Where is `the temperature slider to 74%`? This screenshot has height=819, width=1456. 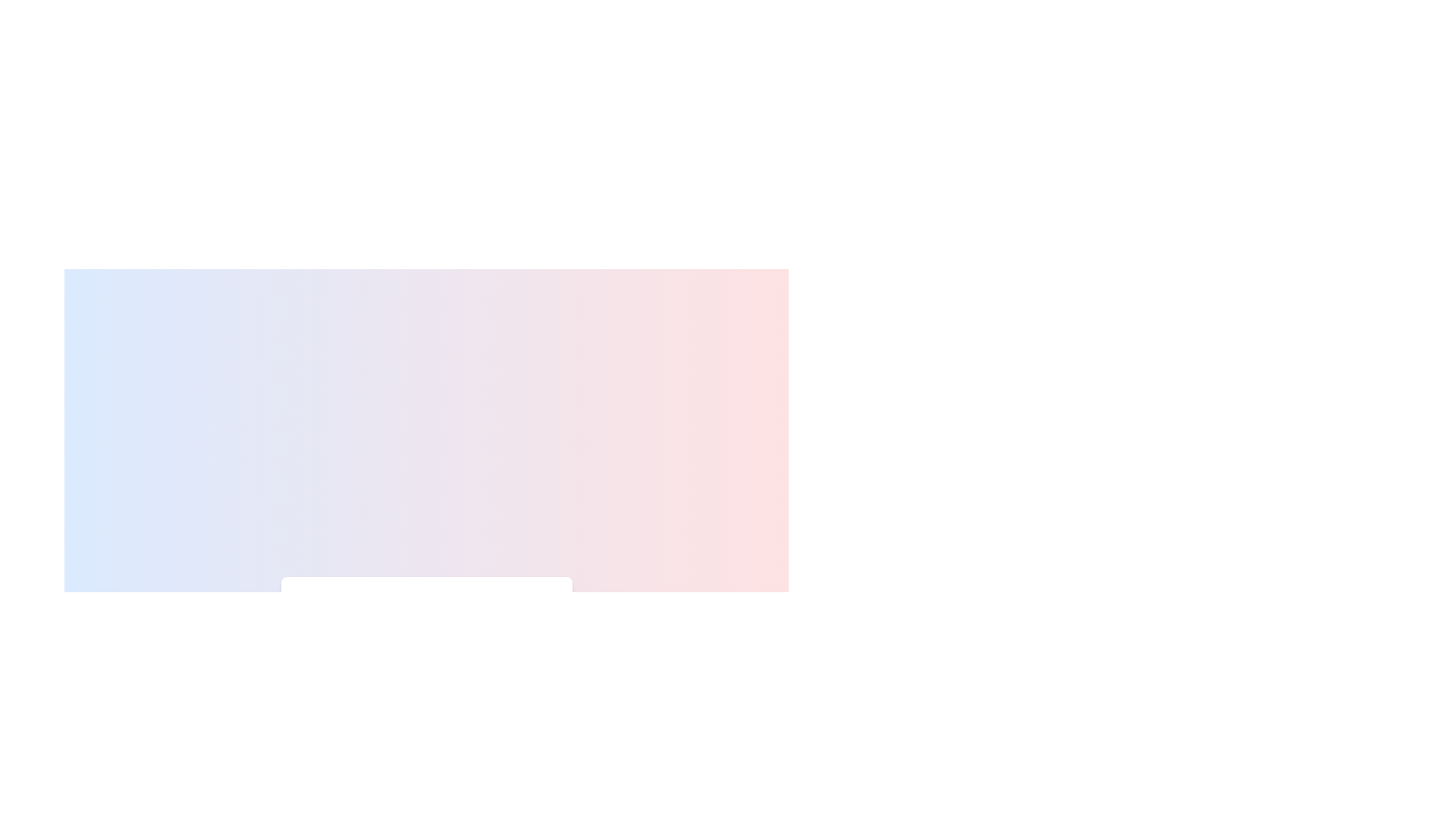
the temperature slider to 74% is located at coordinates (488, 652).